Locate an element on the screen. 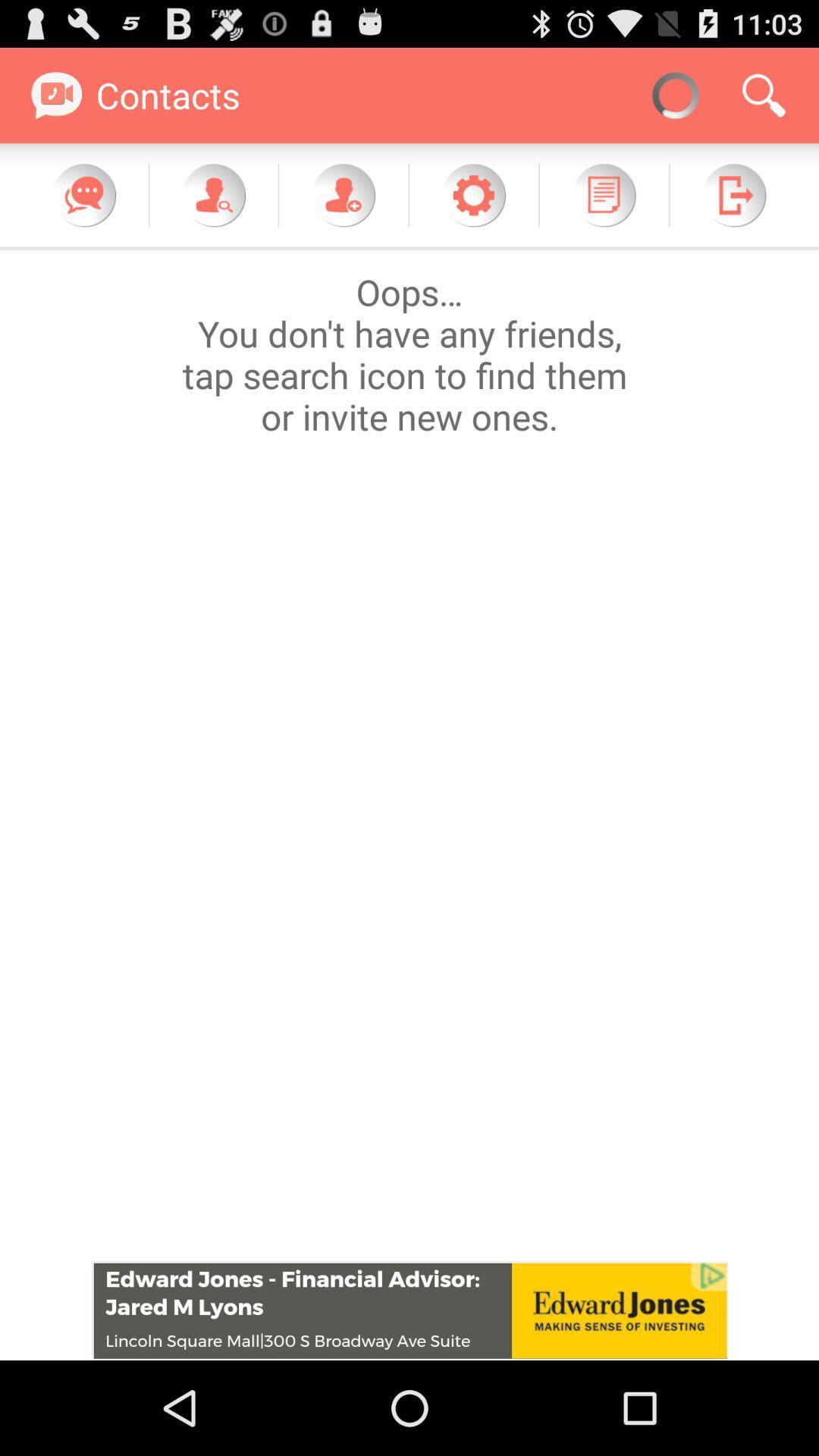 The image size is (819, 1456). the chat icon is located at coordinates (84, 208).